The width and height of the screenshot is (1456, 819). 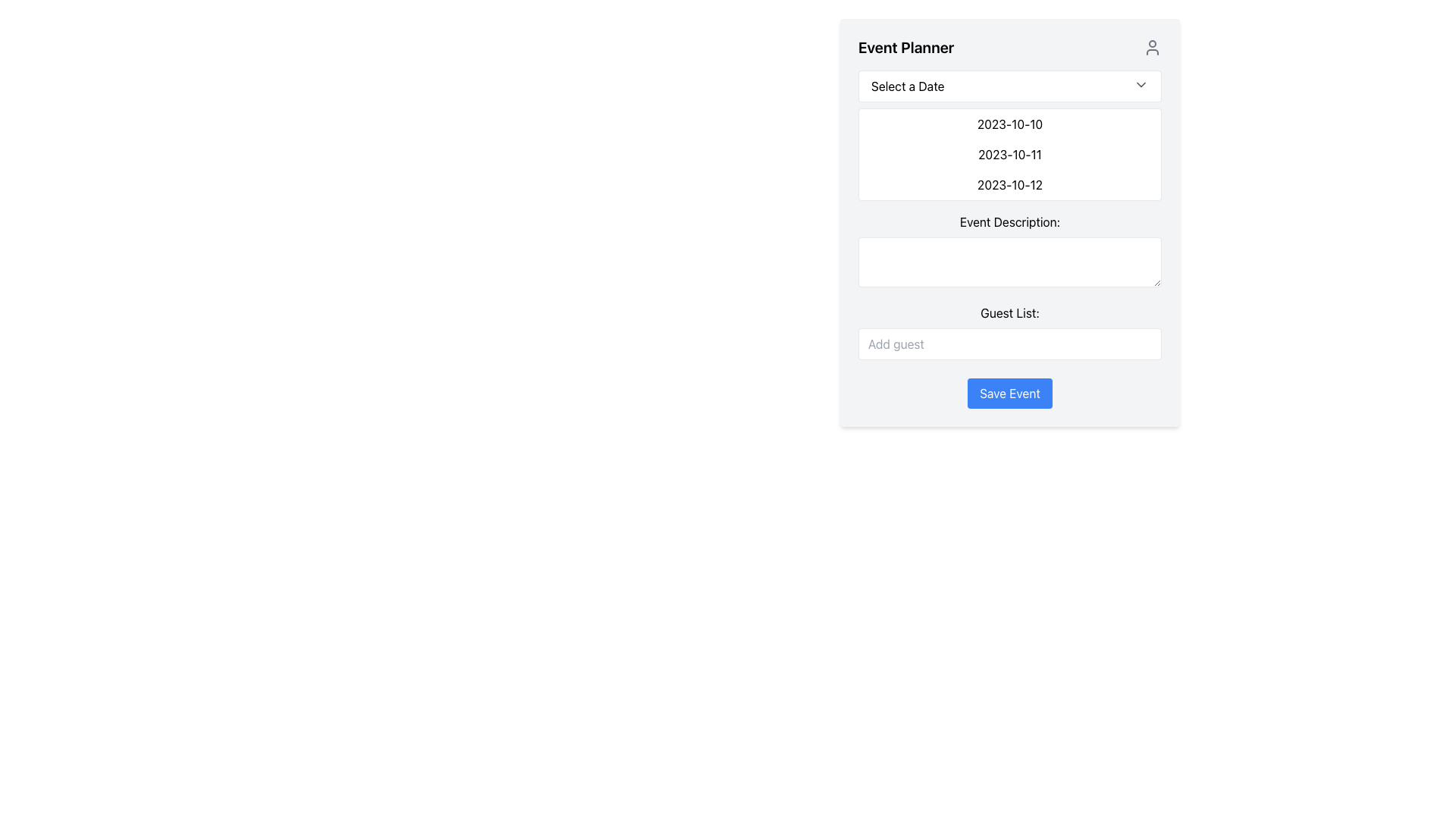 I want to click on the date options in the Dropdown selection list located below the 'Select a Date' dropdown field in the 'Event Planner' form, so click(x=1009, y=155).